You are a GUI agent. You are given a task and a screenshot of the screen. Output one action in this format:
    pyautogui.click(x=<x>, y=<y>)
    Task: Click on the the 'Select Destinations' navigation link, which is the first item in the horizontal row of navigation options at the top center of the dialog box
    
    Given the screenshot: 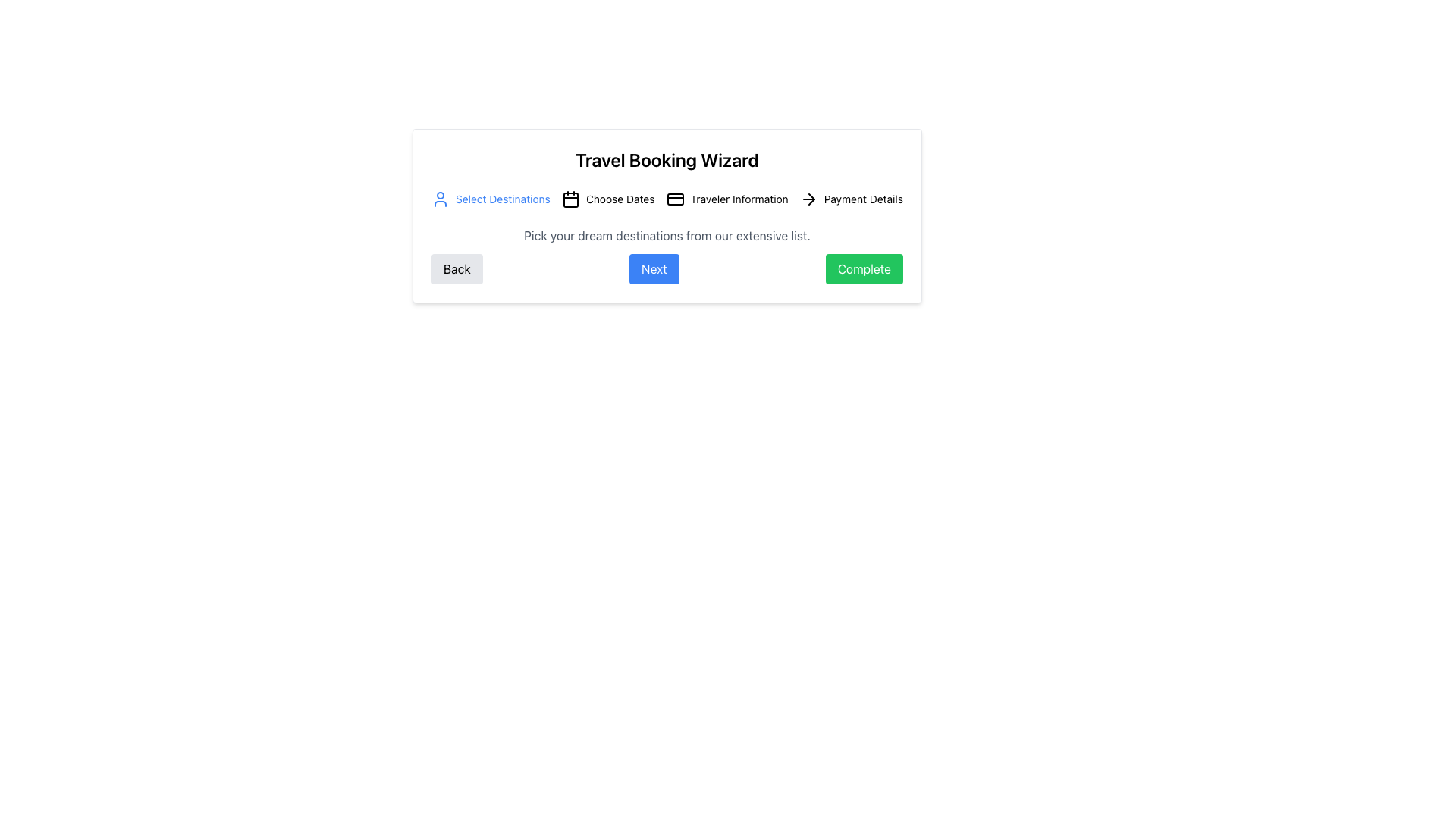 What is the action you would take?
    pyautogui.click(x=491, y=198)
    